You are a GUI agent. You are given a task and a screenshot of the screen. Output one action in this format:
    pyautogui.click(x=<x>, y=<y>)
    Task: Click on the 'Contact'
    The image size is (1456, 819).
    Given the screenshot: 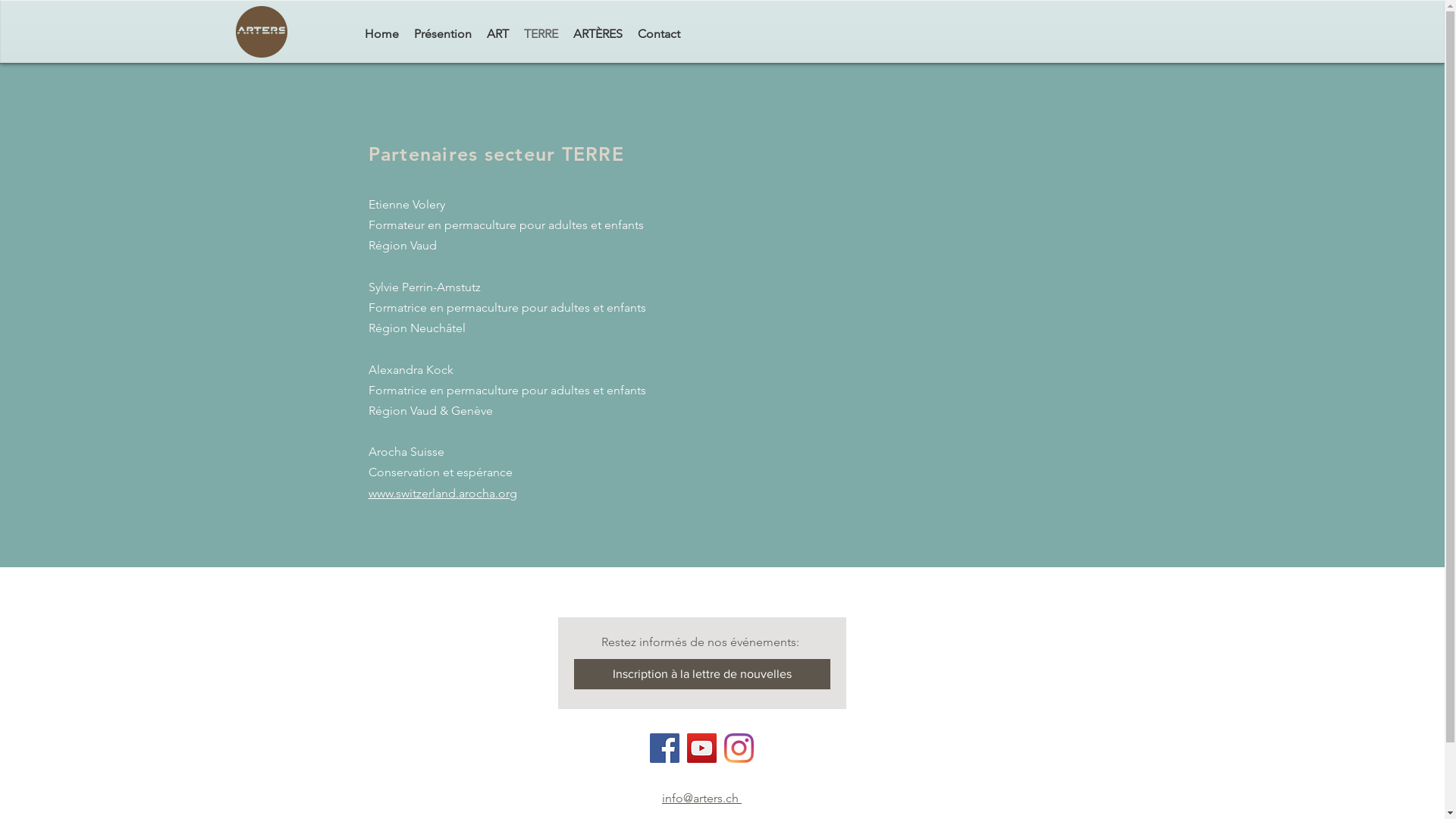 What is the action you would take?
    pyautogui.click(x=658, y=34)
    